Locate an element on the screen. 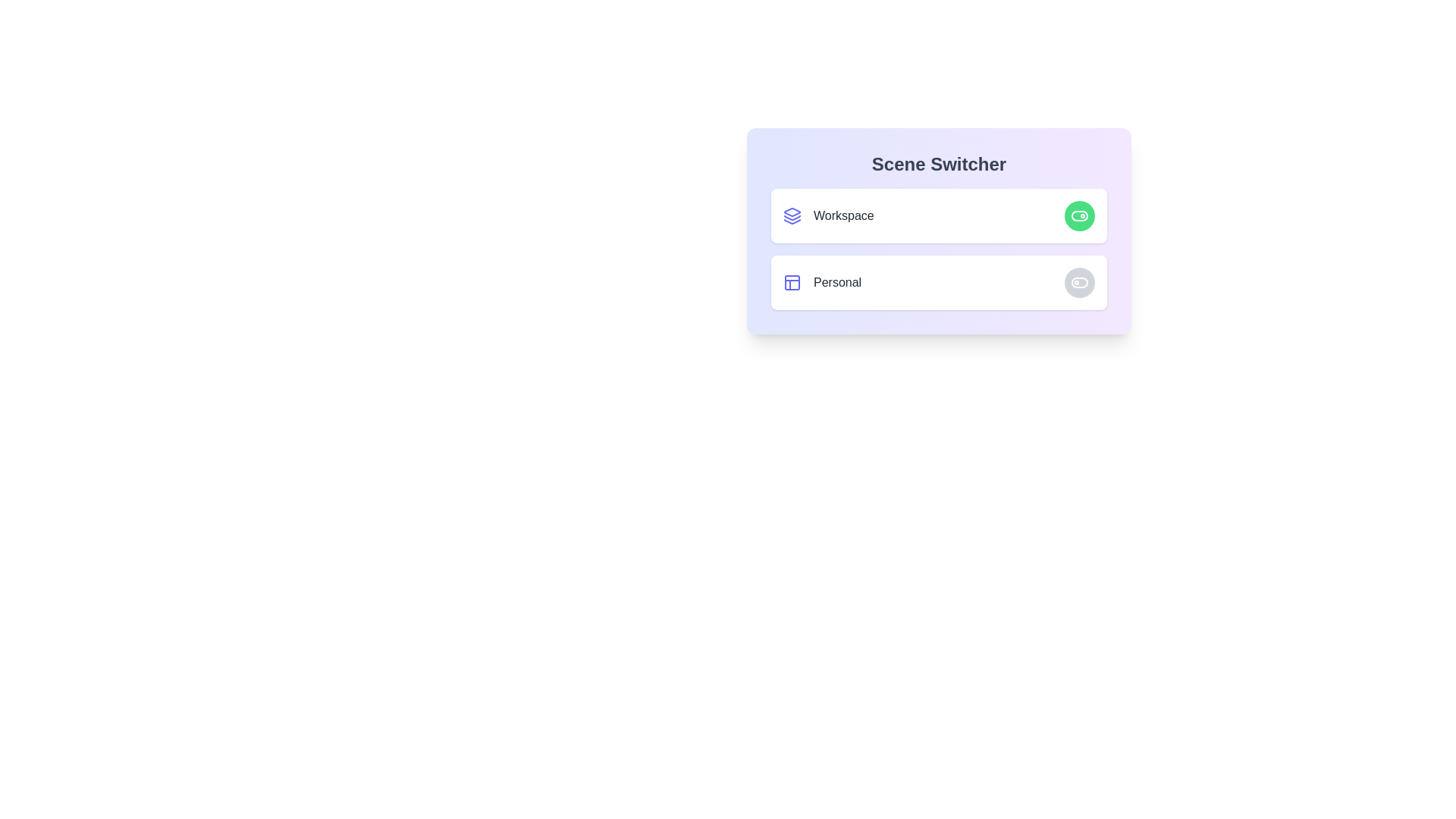  the textual content of the label indicating the 'Personal' scene option, which is the second option below the 'Workspace' in the scene-switching card is located at coordinates (821, 283).